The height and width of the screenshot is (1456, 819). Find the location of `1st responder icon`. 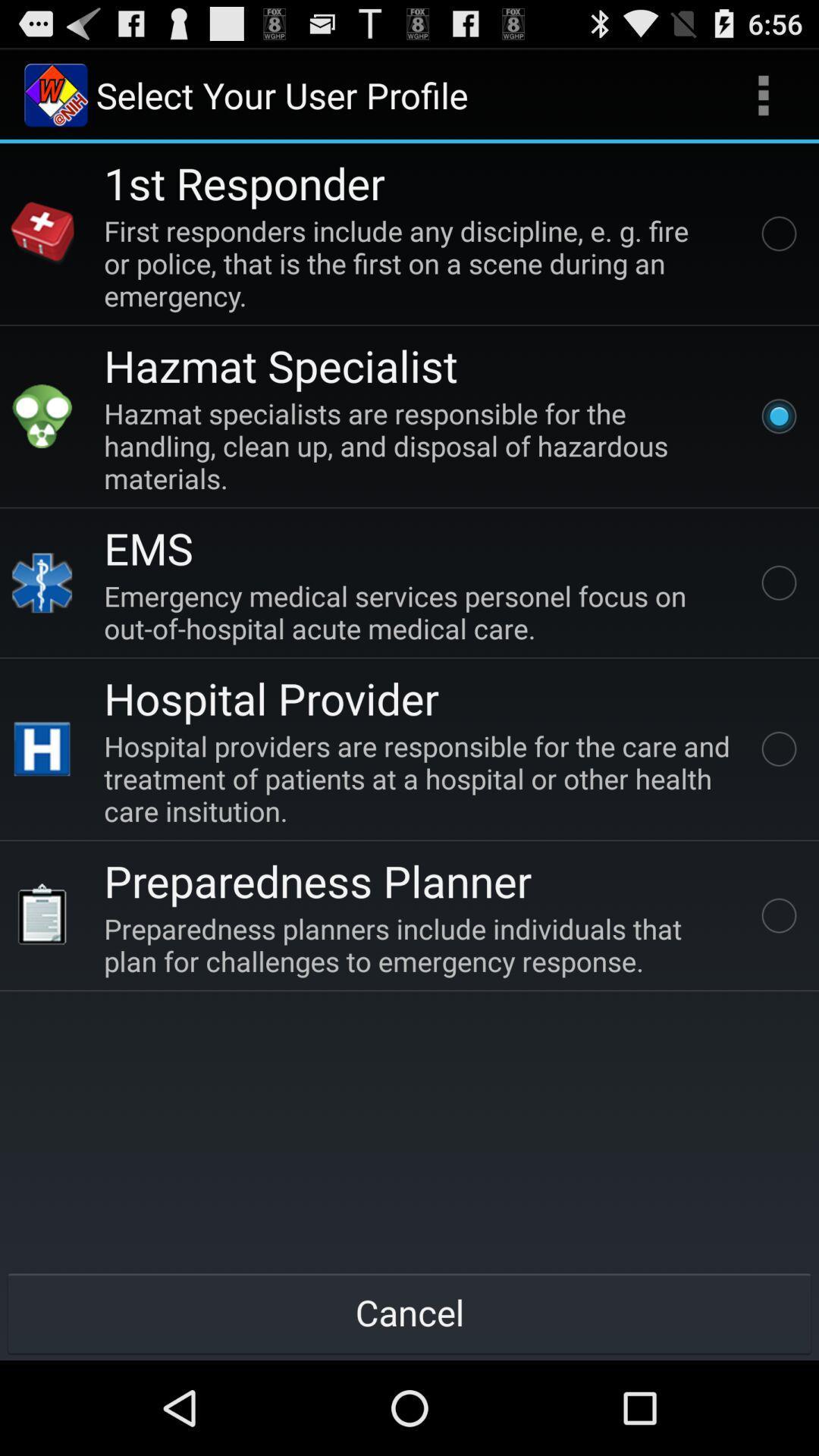

1st responder icon is located at coordinates (243, 182).